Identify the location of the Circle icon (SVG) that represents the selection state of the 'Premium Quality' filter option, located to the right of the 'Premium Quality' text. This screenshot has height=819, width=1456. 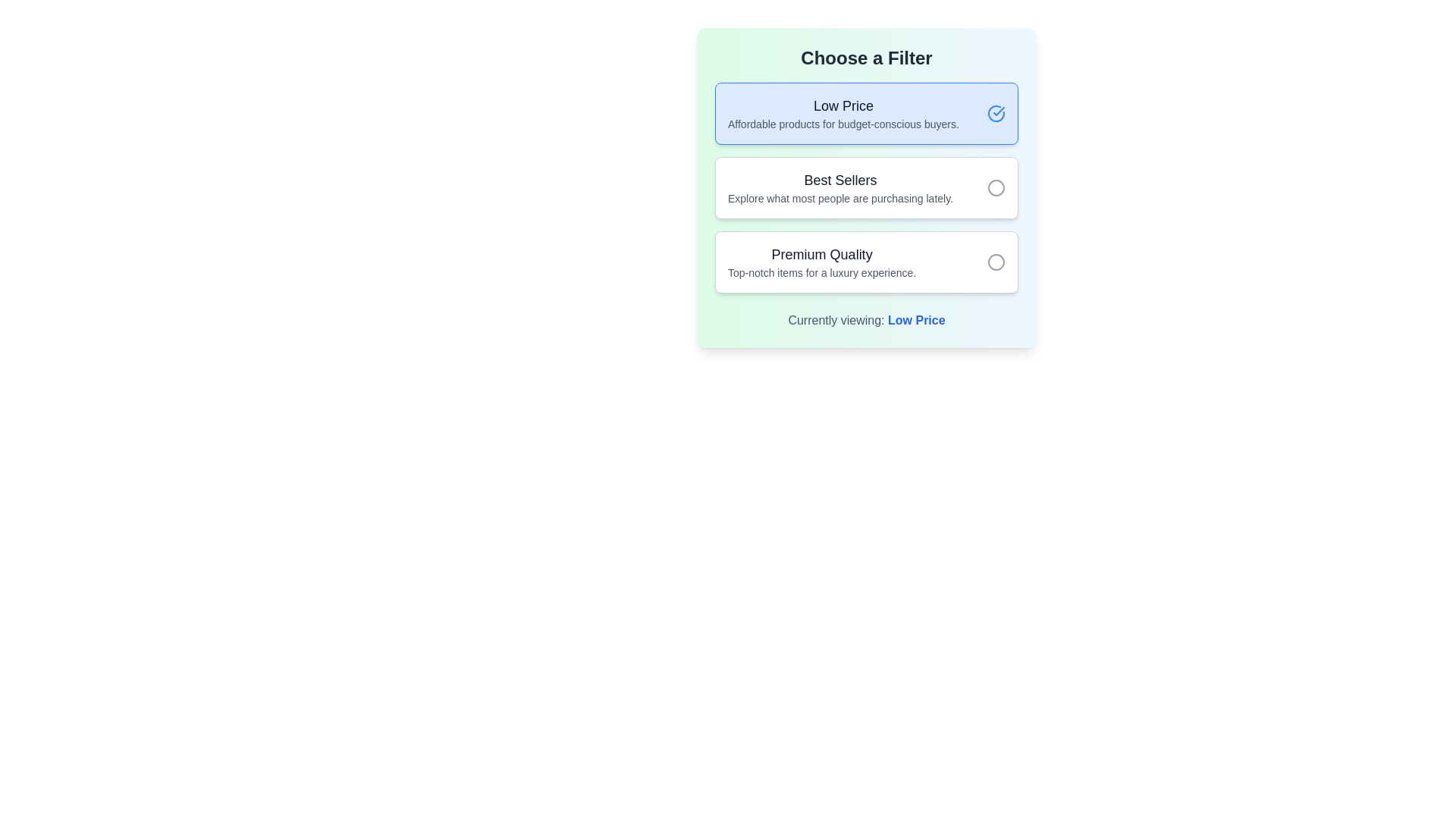
(996, 262).